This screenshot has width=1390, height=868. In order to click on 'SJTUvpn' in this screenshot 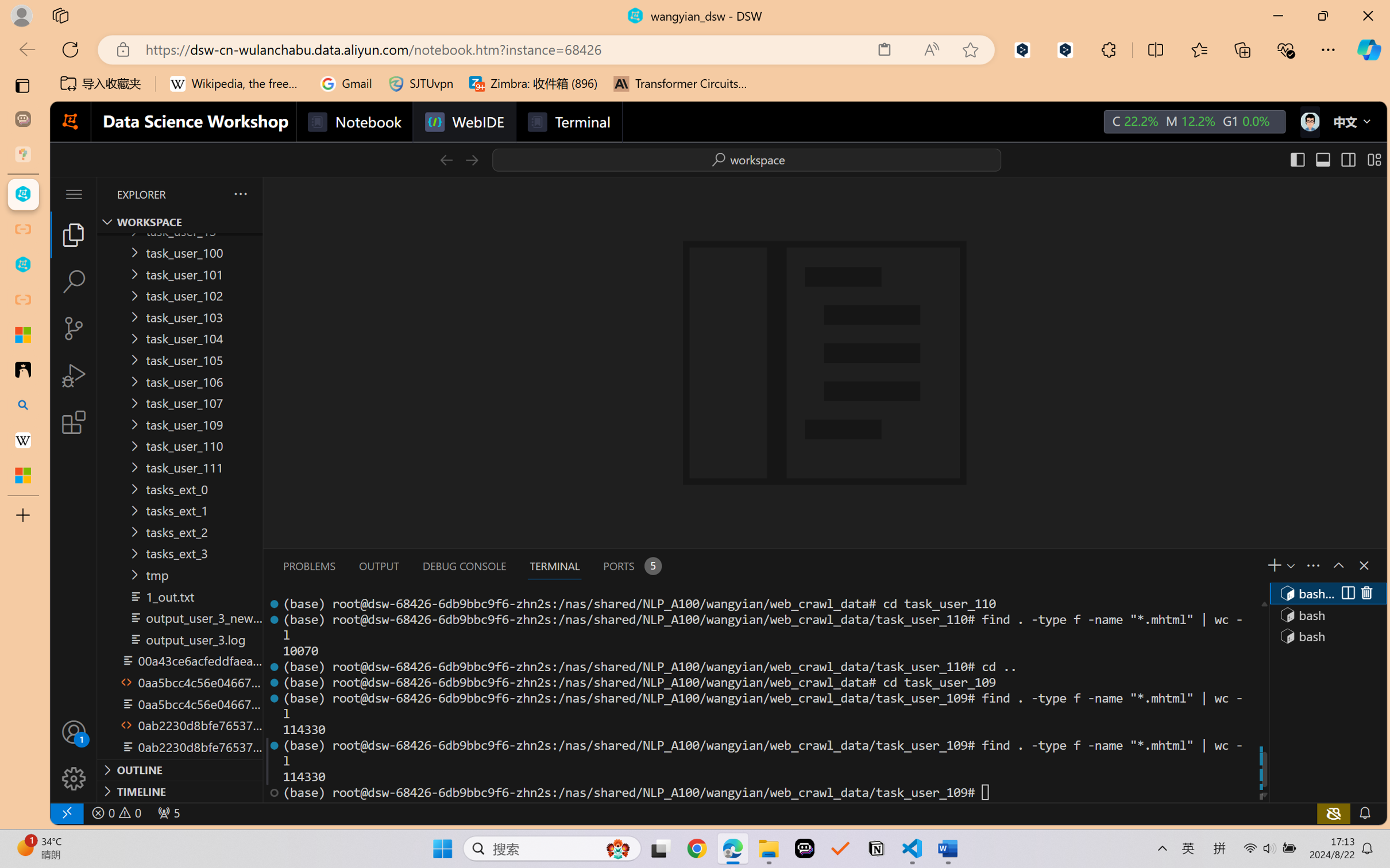, I will do `click(420, 83)`.